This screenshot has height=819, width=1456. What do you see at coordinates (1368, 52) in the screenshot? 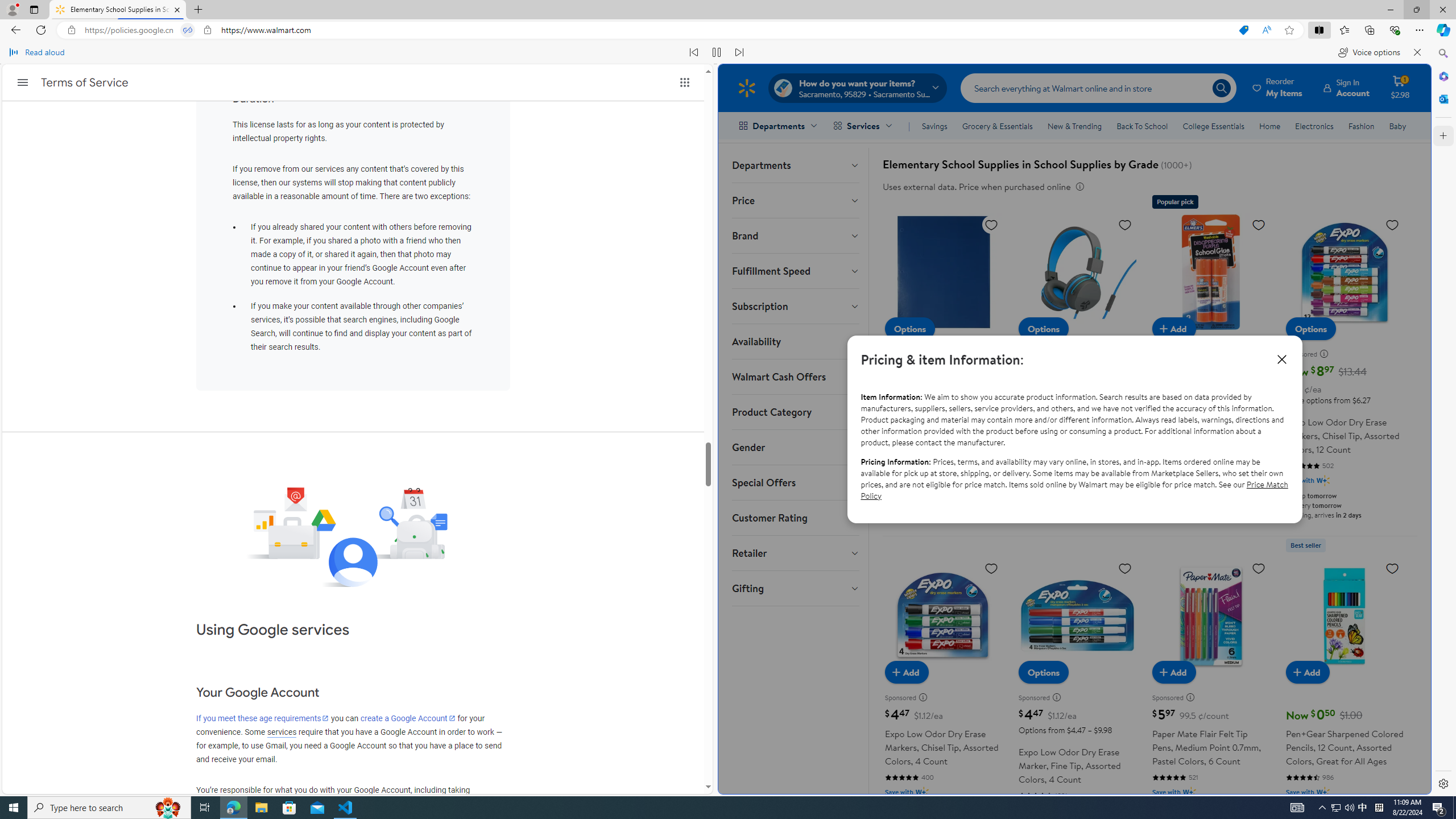
I see `'Voice options'` at bounding box center [1368, 52].